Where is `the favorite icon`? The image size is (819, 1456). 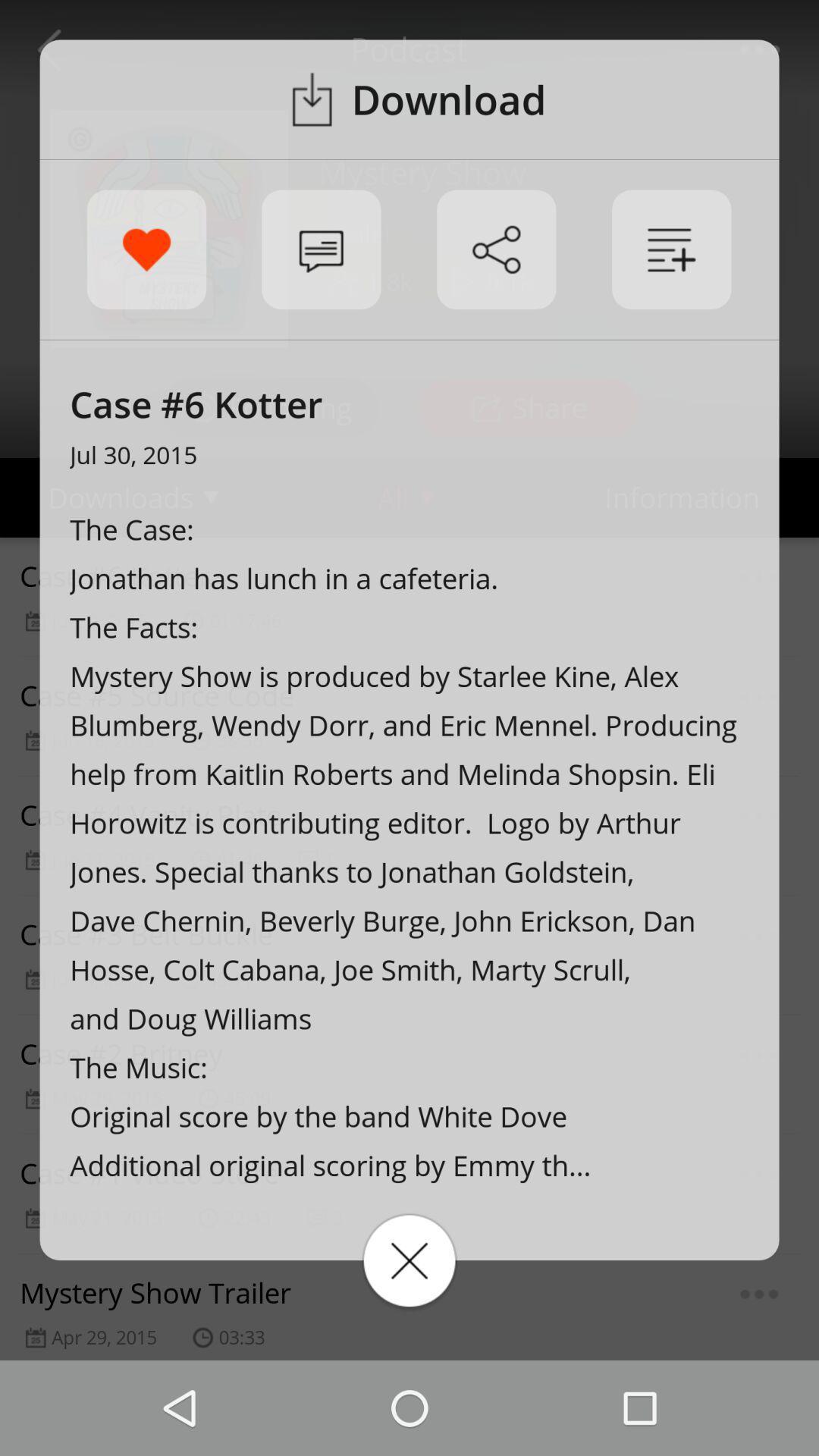
the favorite icon is located at coordinates (146, 267).